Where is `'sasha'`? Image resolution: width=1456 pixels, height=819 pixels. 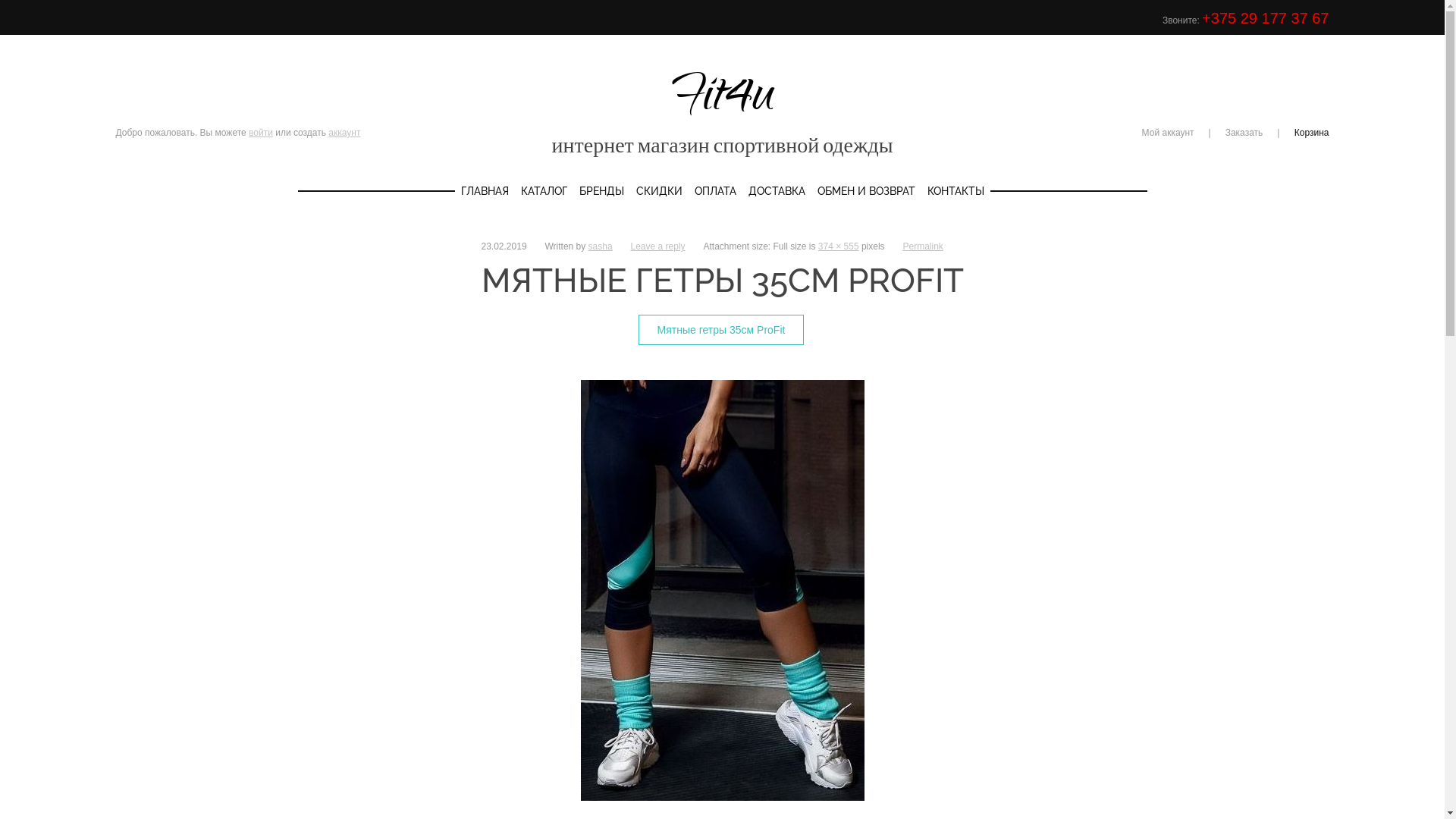 'sasha' is located at coordinates (600, 245).